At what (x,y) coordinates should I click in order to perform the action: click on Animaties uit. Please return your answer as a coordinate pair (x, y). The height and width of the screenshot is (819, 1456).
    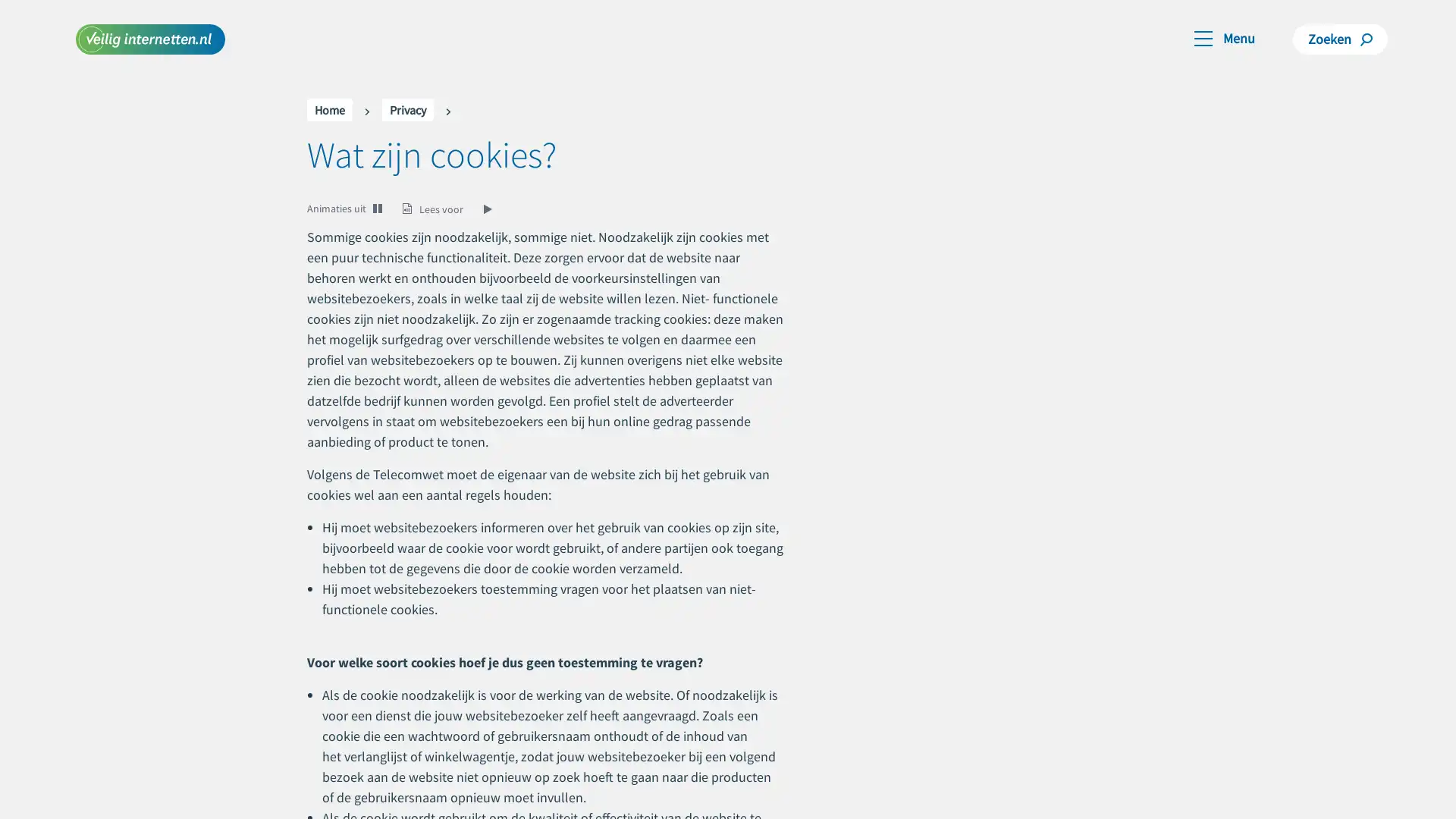
    Looking at the image, I should click on (336, 208).